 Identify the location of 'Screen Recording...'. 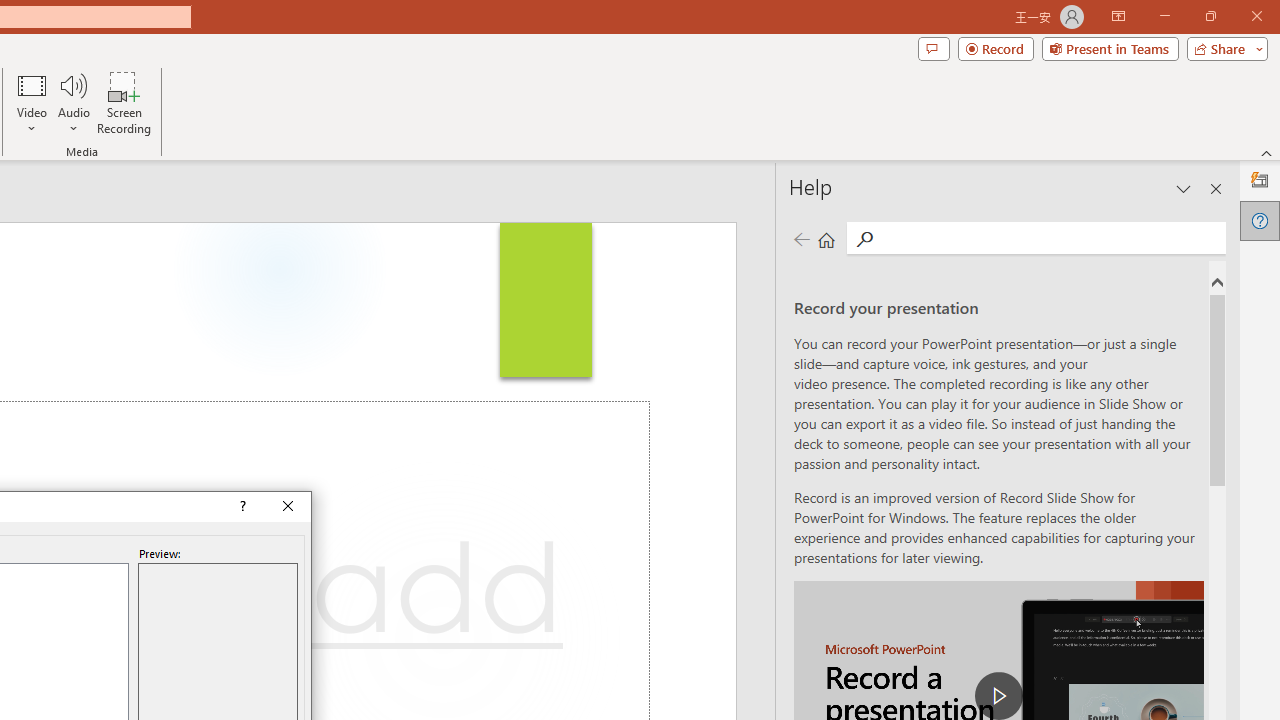
(123, 103).